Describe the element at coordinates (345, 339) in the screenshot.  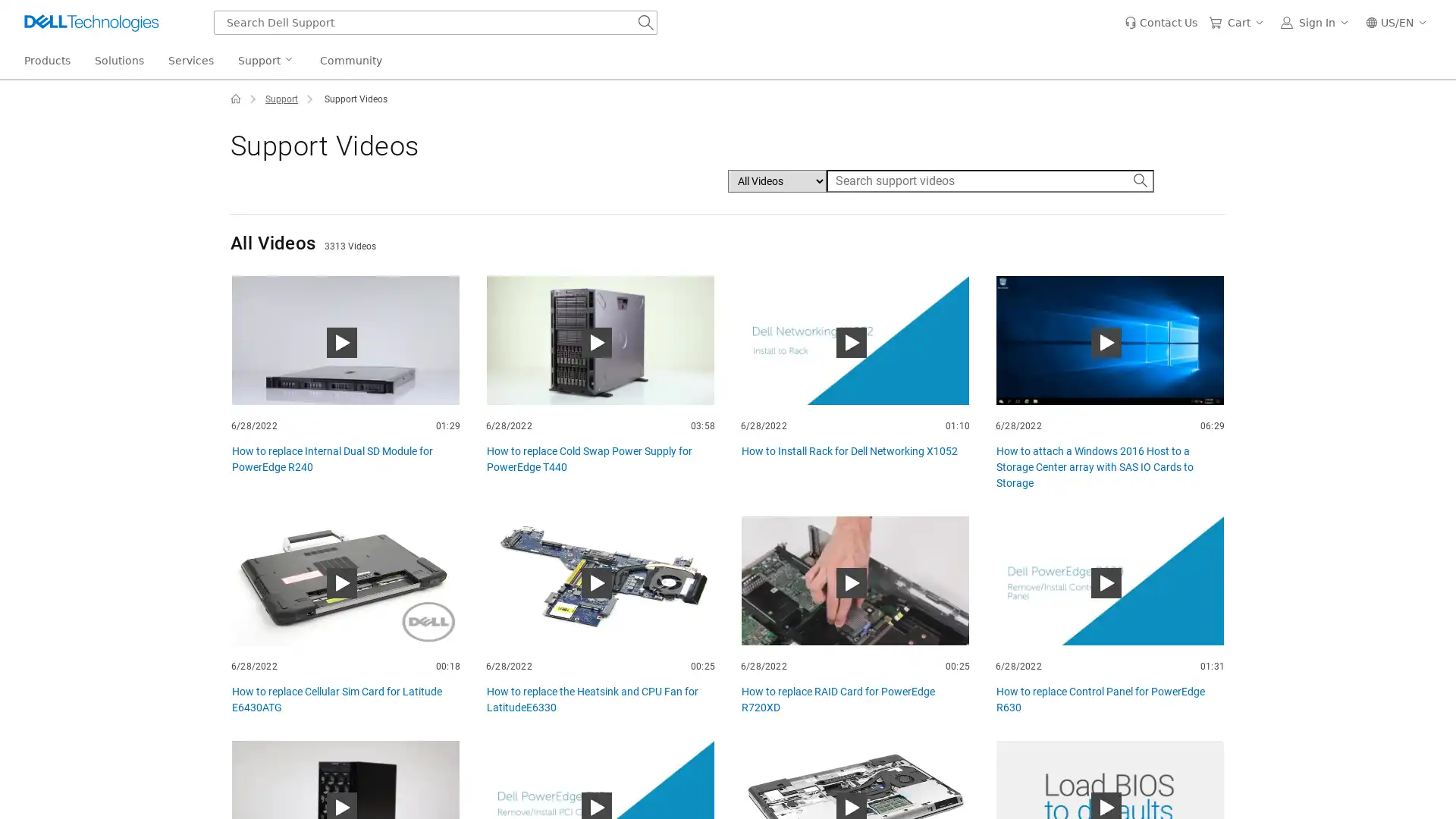
I see `How to replace Internal Dual SD Module for PowerEdge R240 Play` at that location.